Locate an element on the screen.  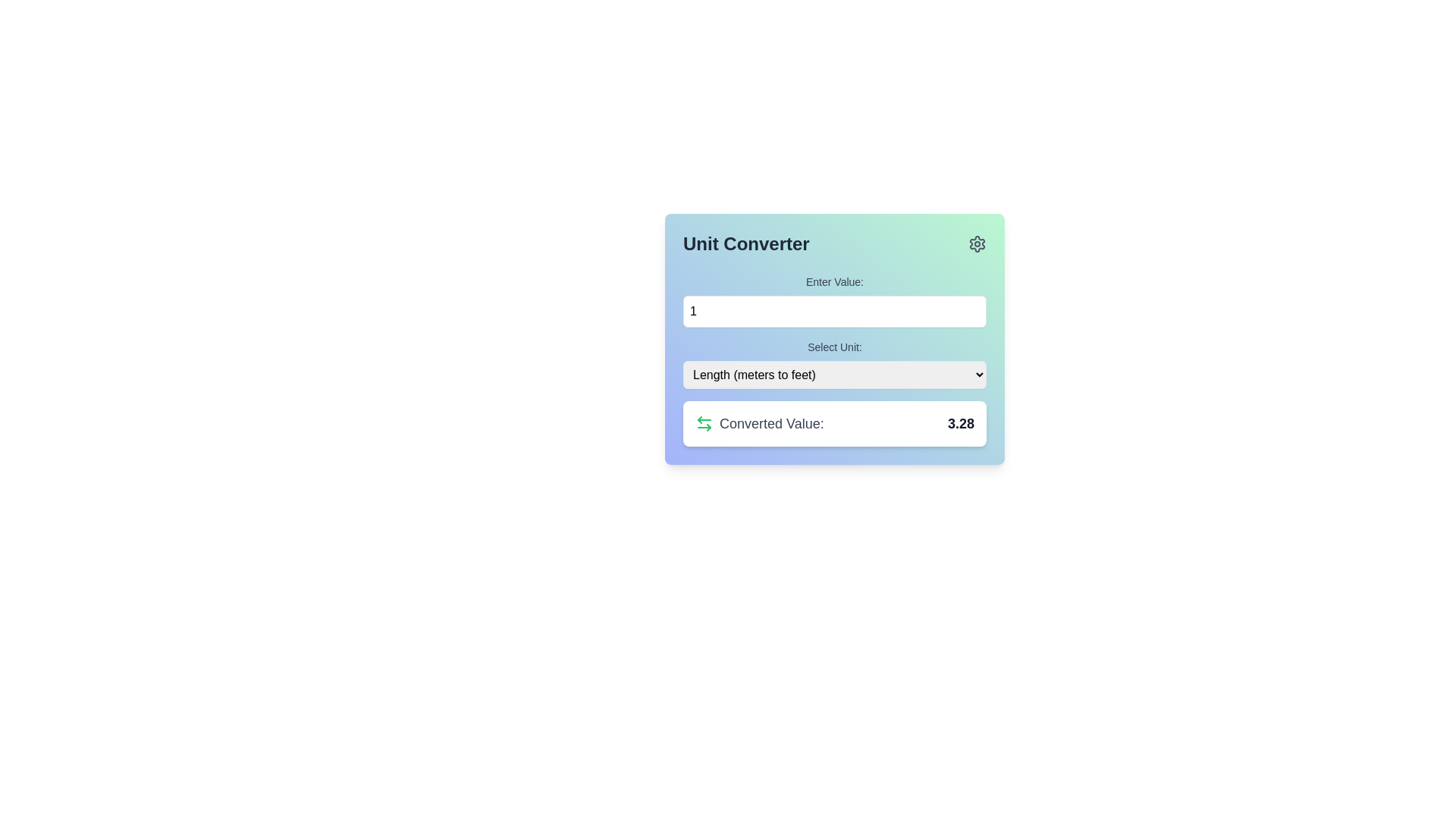
the text label displaying the numerical value '3.28', which is bold and dark, located in the bottom-right corner of the card layout, following the label 'Converted Value:' and aligned horizontally to its right is located at coordinates (960, 424).